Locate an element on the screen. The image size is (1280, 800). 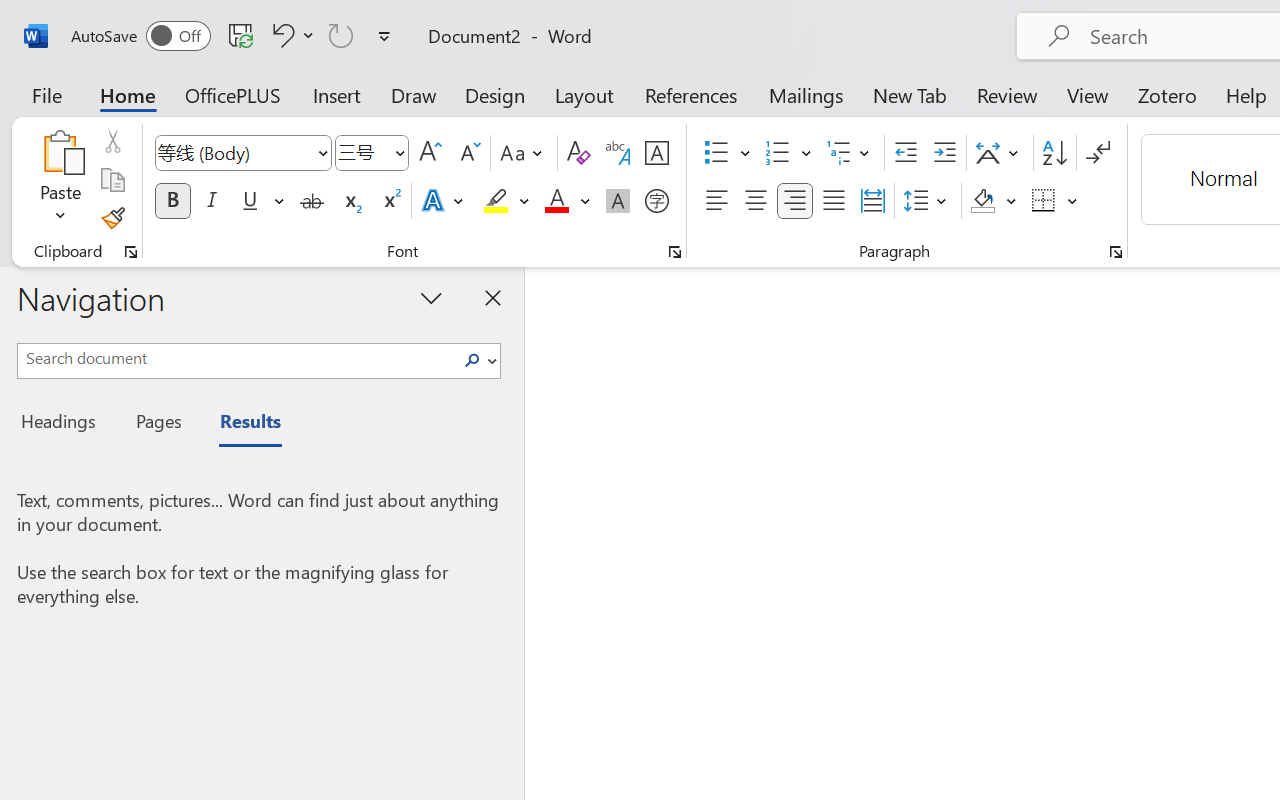
'Results' is located at coordinates (240, 424).